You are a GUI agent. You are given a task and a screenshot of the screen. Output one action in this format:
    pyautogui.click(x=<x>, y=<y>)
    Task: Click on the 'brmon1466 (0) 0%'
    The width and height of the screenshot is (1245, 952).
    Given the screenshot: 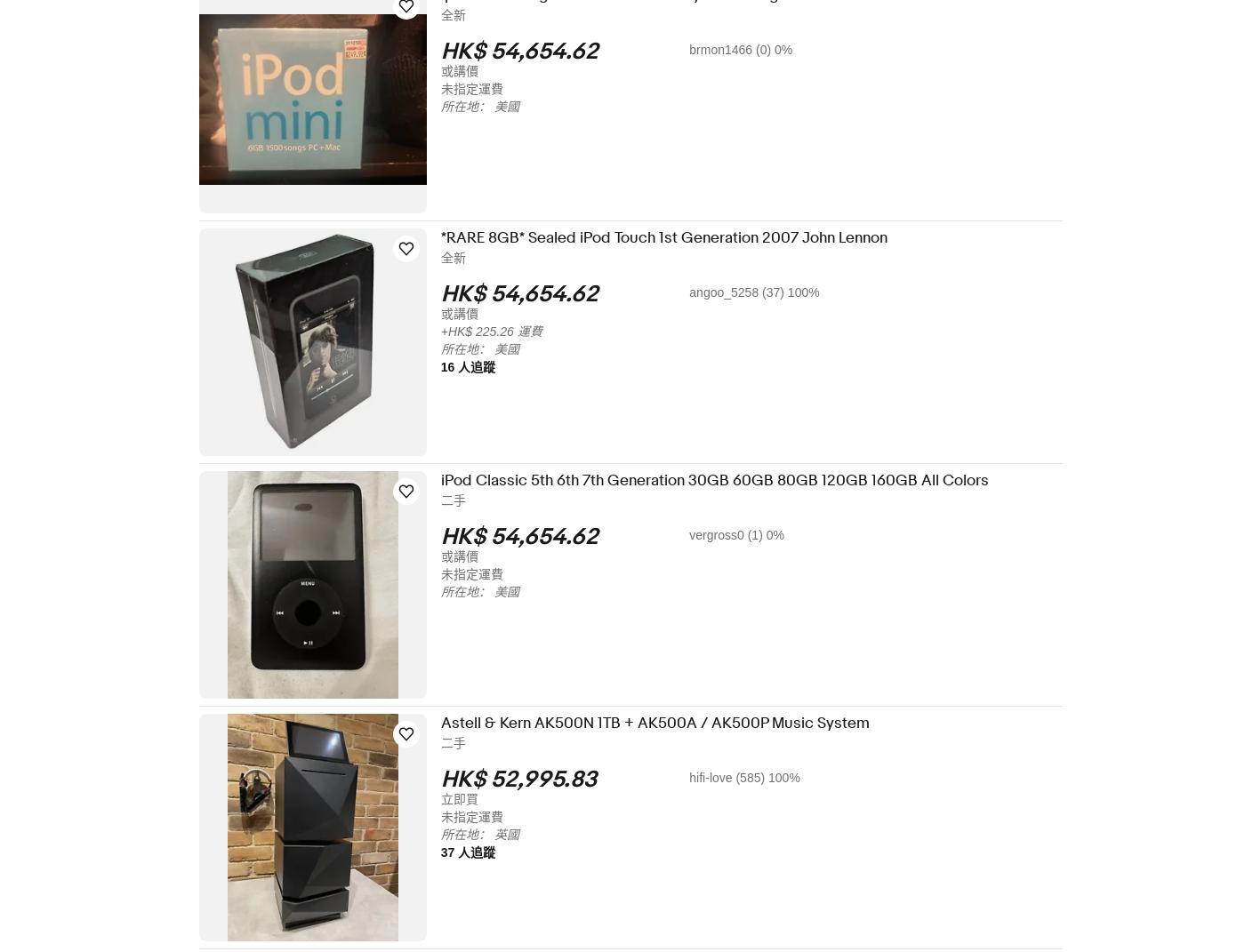 What is the action you would take?
    pyautogui.click(x=752, y=49)
    